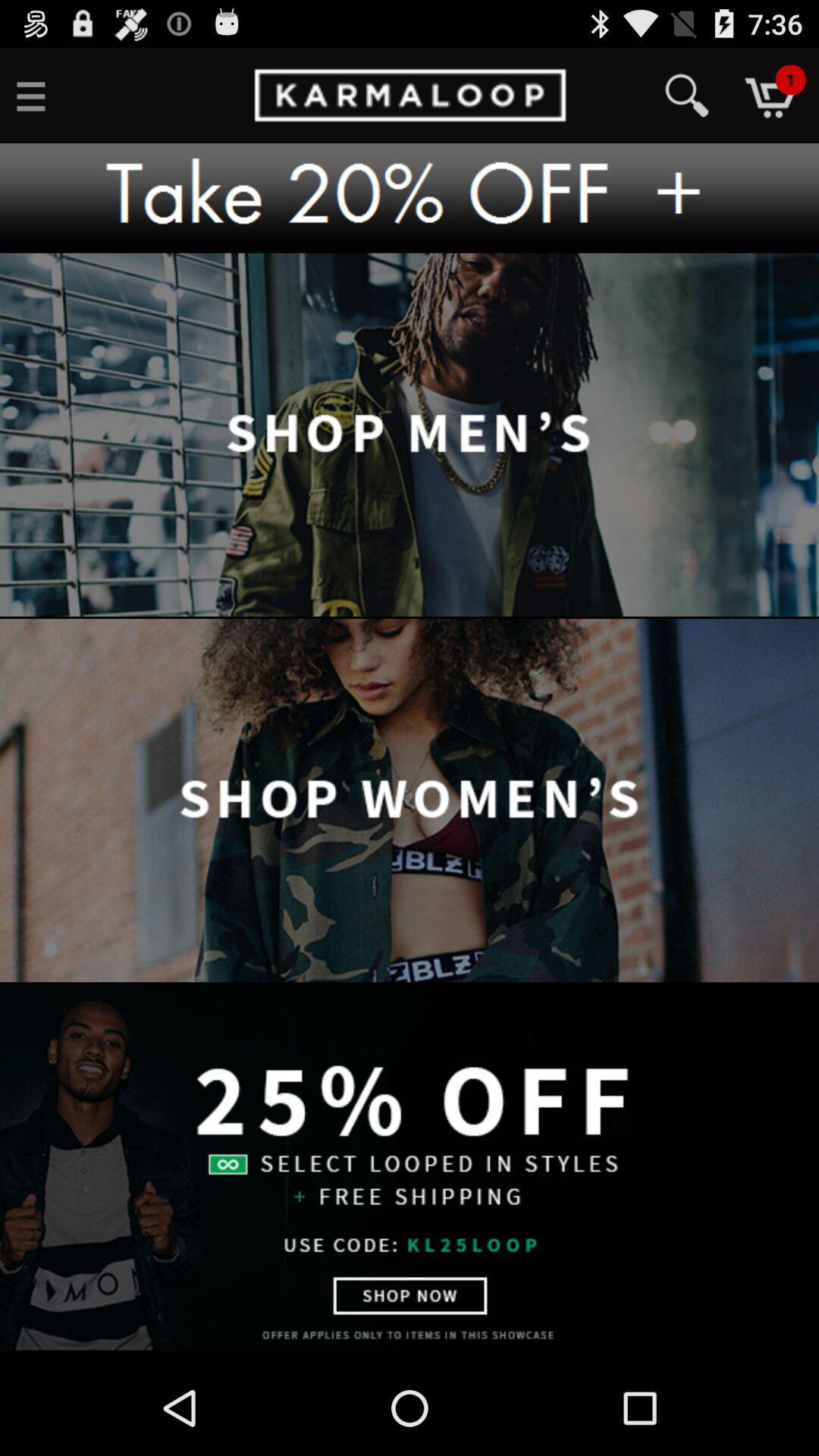 Image resolution: width=819 pixels, height=1456 pixels. What do you see at coordinates (409, 197) in the screenshot?
I see `adverstisement button` at bounding box center [409, 197].